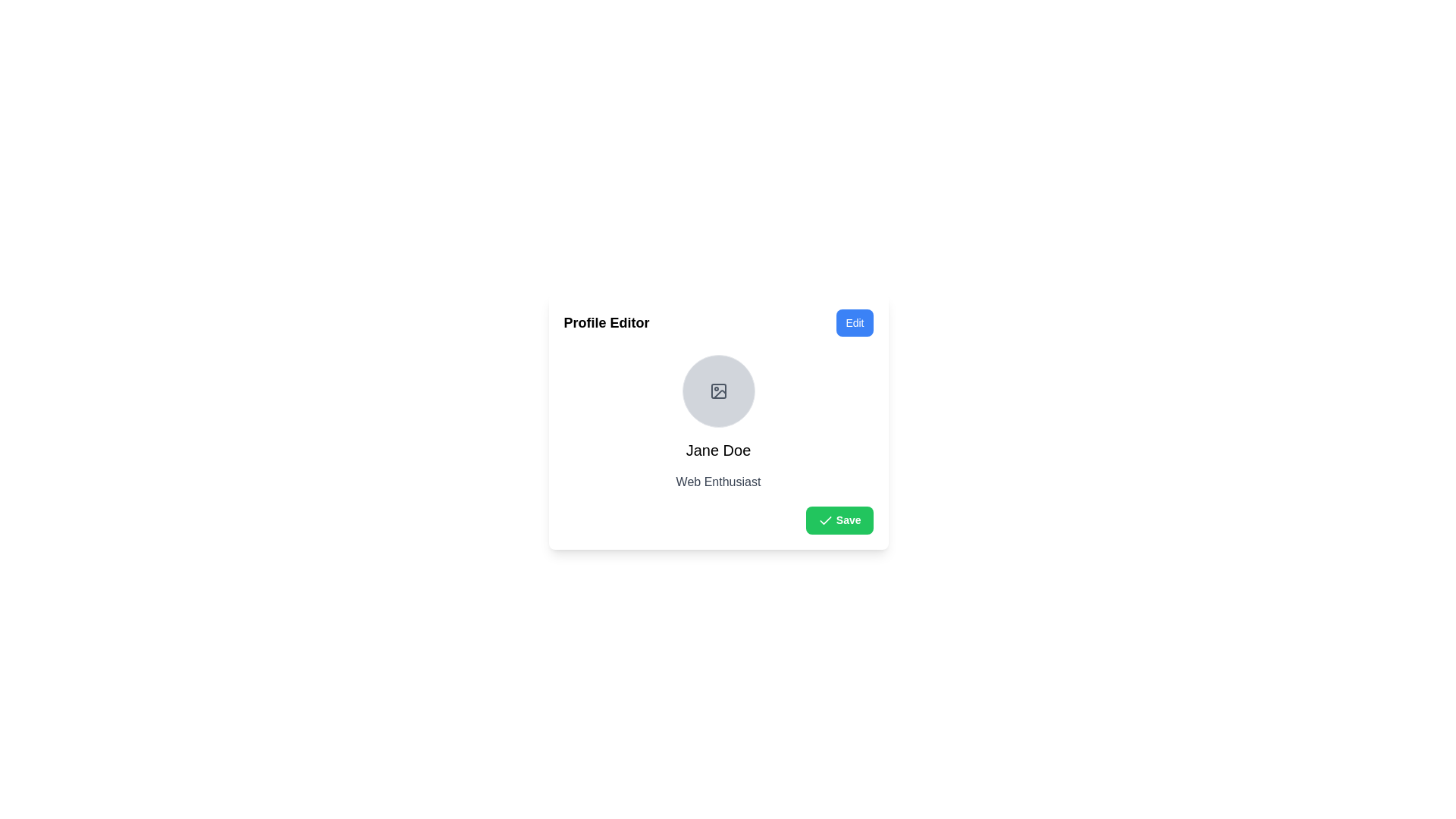 This screenshot has height=819, width=1456. I want to click on the button located in the upper-right corner of the 'Profile Editor' section to observe the hover effect, so click(855, 322).